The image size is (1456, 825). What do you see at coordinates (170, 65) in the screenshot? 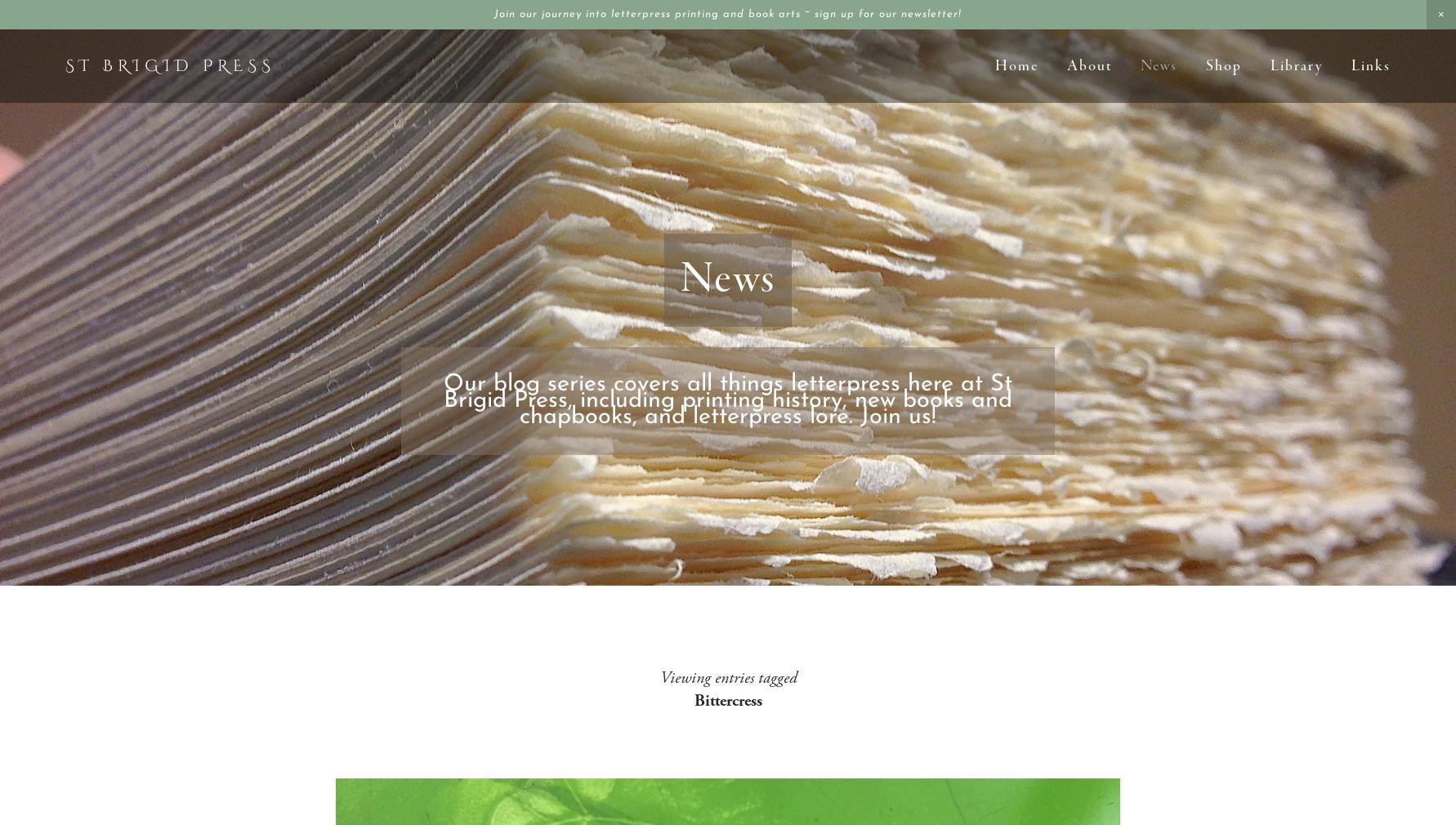
I see `'St Brigid Press'` at bounding box center [170, 65].